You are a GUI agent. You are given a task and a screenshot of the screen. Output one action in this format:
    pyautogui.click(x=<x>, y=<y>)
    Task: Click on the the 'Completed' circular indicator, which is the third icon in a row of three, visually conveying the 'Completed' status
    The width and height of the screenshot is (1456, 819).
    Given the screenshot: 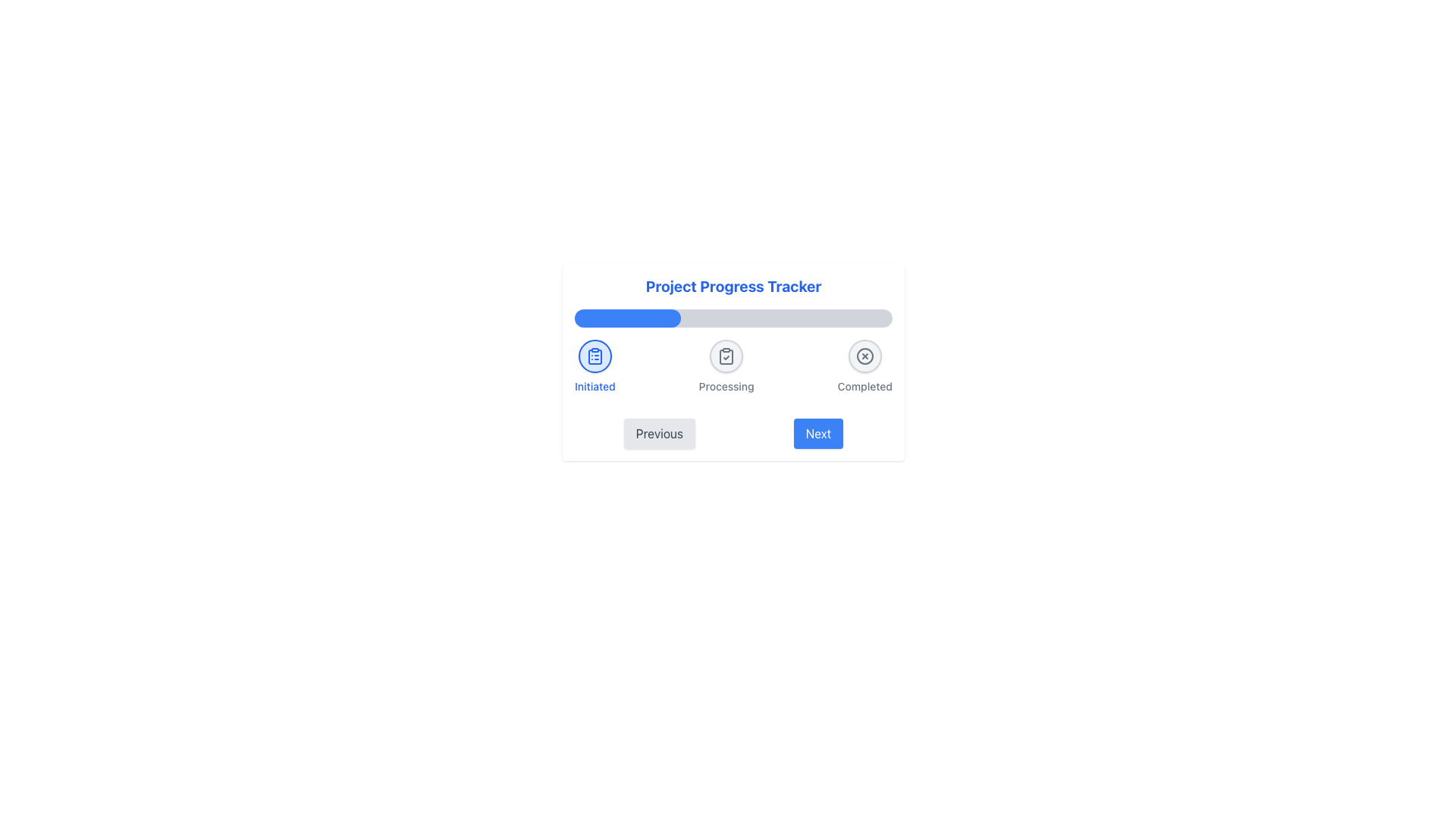 What is the action you would take?
    pyautogui.click(x=864, y=356)
    